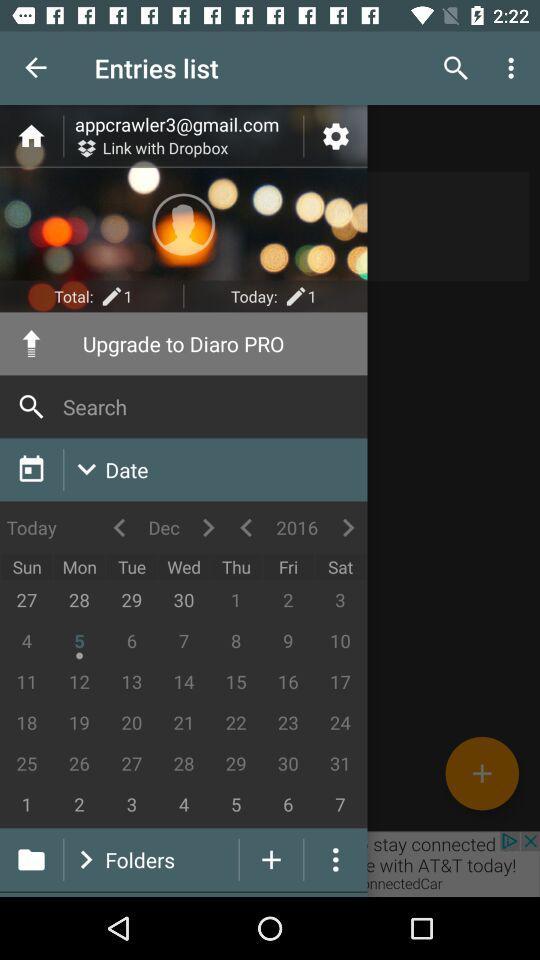  Describe the element at coordinates (26, 805) in the screenshot. I see `1 shown below 25 at the bottom left corner` at that location.